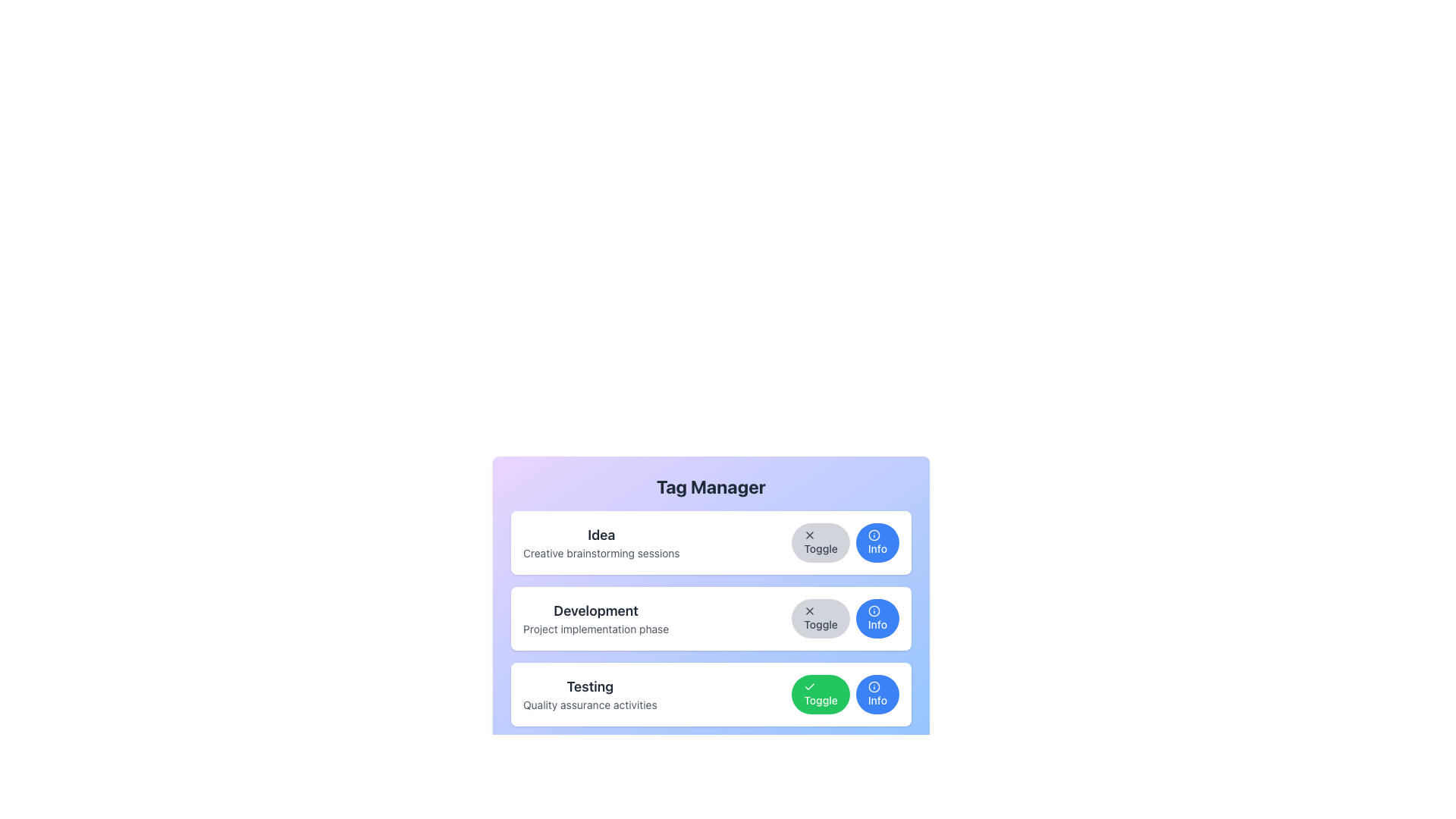  What do you see at coordinates (877, 694) in the screenshot?
I see `the 'Info' button located at the far right of the 'Testing' row` at bounding box center [877, 694].